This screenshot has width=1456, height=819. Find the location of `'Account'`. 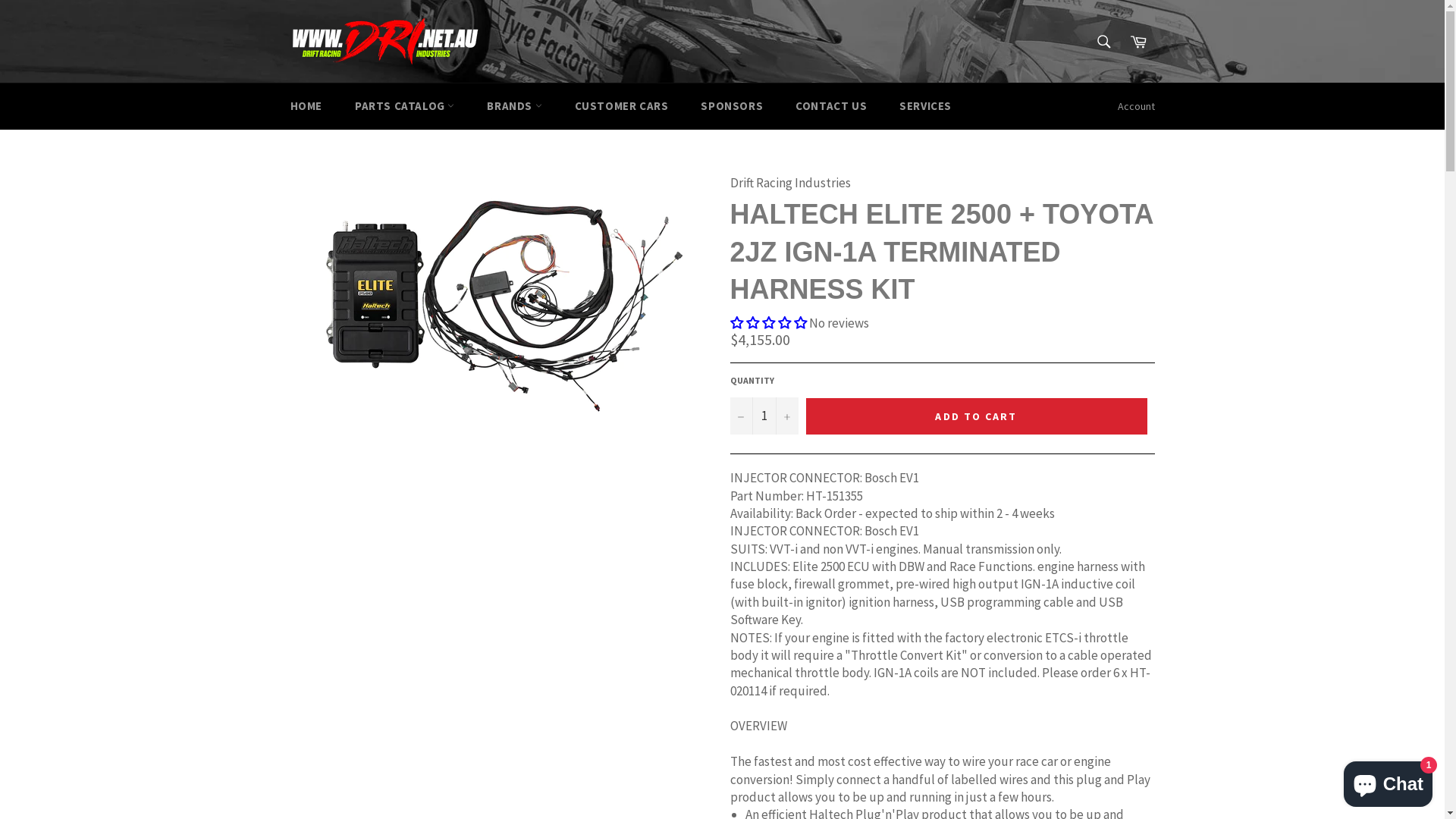

'Account' is located at coordinates (1136, 105).